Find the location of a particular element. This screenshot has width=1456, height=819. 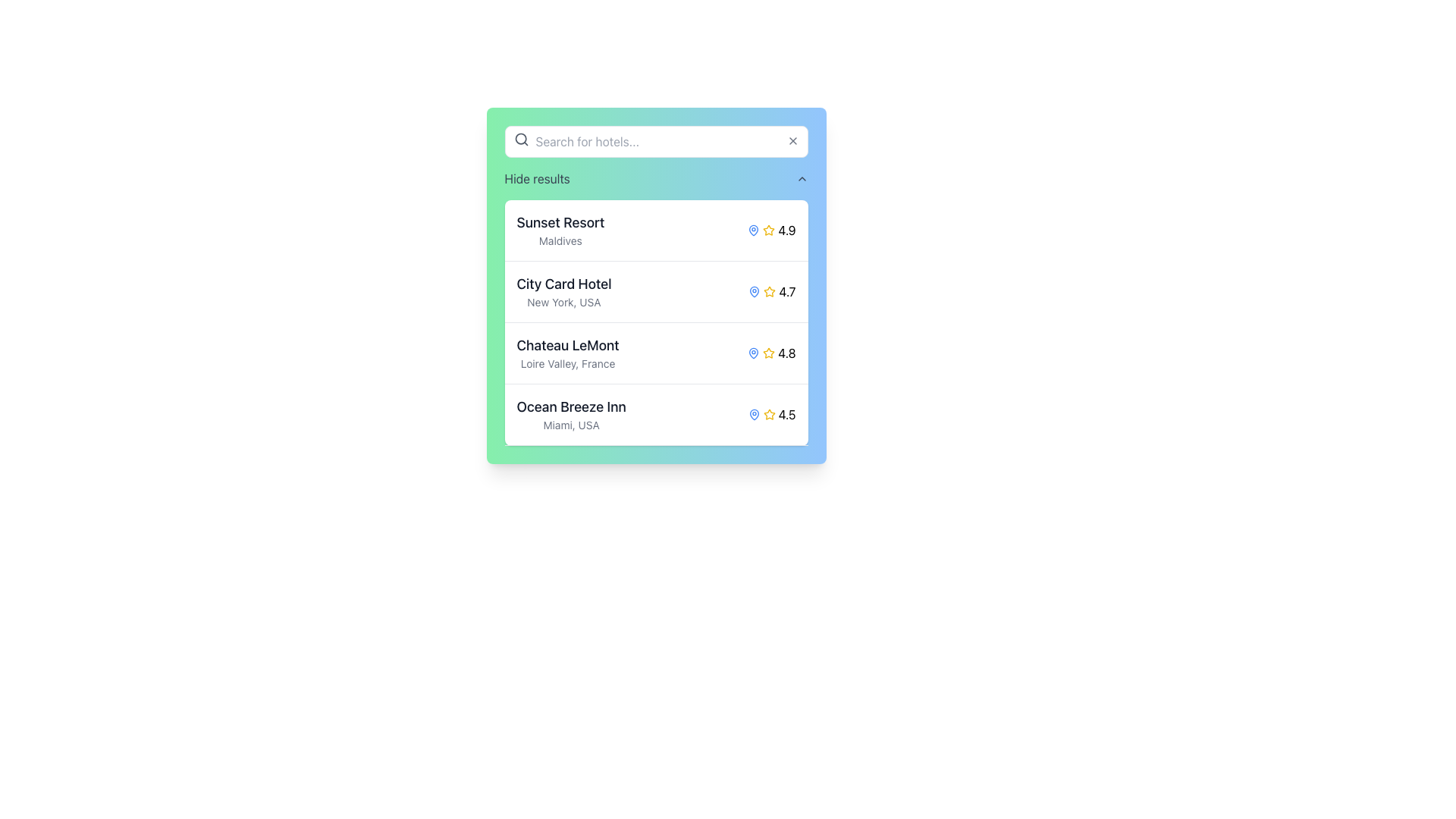

the text label displaying 'Miami, USA', which is a small light gray text located directly below 'Ocean Breeze Inn' is located at coordinates (570, 425).